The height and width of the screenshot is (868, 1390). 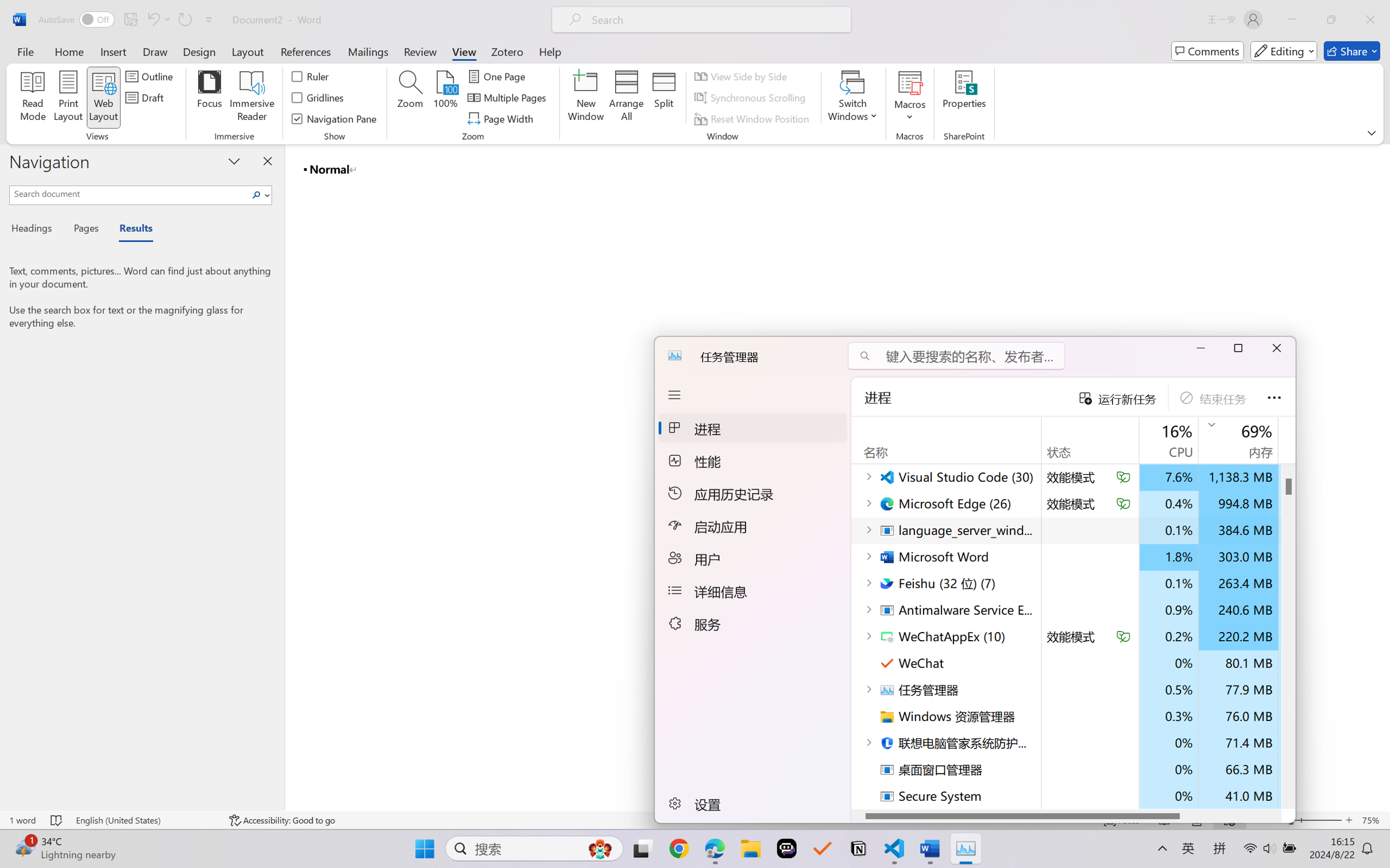 What do you see at coordinates (157, 19) in the screenshot?
I see `'Undo <ApplyStyleToDoc>b__0'` at bounding box center [157, 19].